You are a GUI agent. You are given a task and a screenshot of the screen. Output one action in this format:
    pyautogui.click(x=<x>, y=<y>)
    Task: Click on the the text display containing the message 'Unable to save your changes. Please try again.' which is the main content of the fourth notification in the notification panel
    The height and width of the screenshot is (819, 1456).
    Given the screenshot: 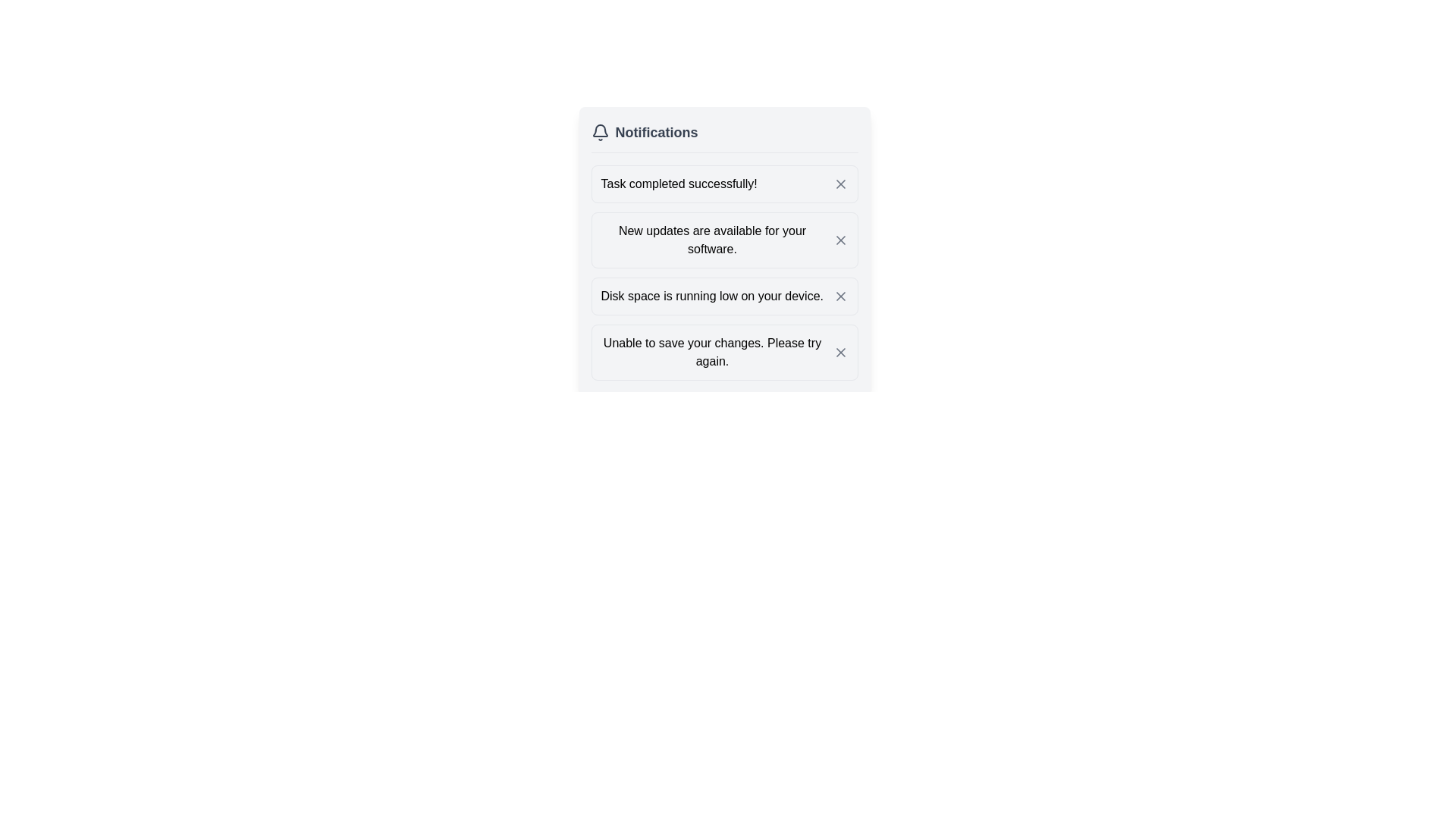 What is the action you would take?
    pyautogui.click(x=711, y=353)
    